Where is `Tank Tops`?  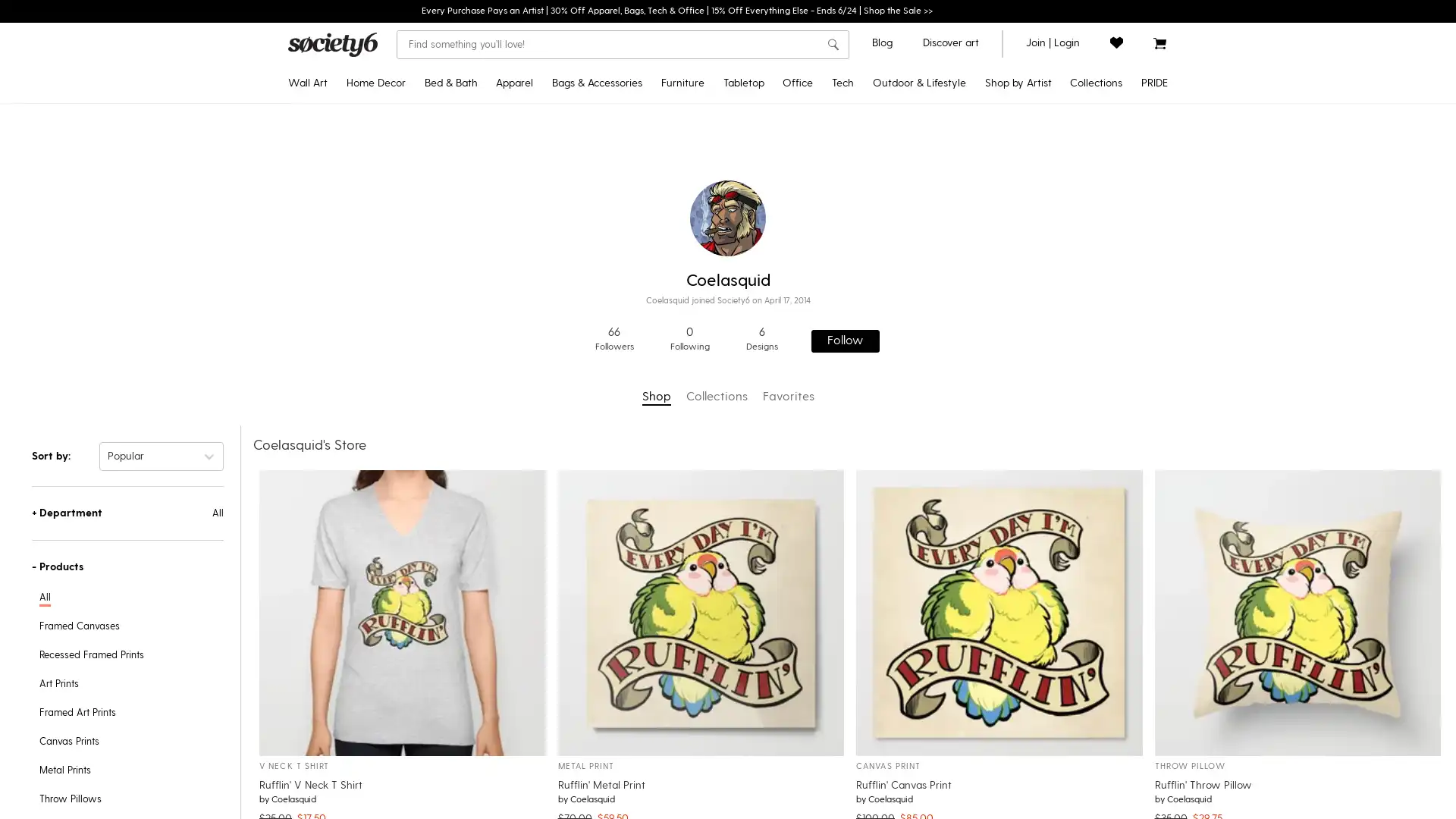 Tank Tops is located at coordinates (562, 268).